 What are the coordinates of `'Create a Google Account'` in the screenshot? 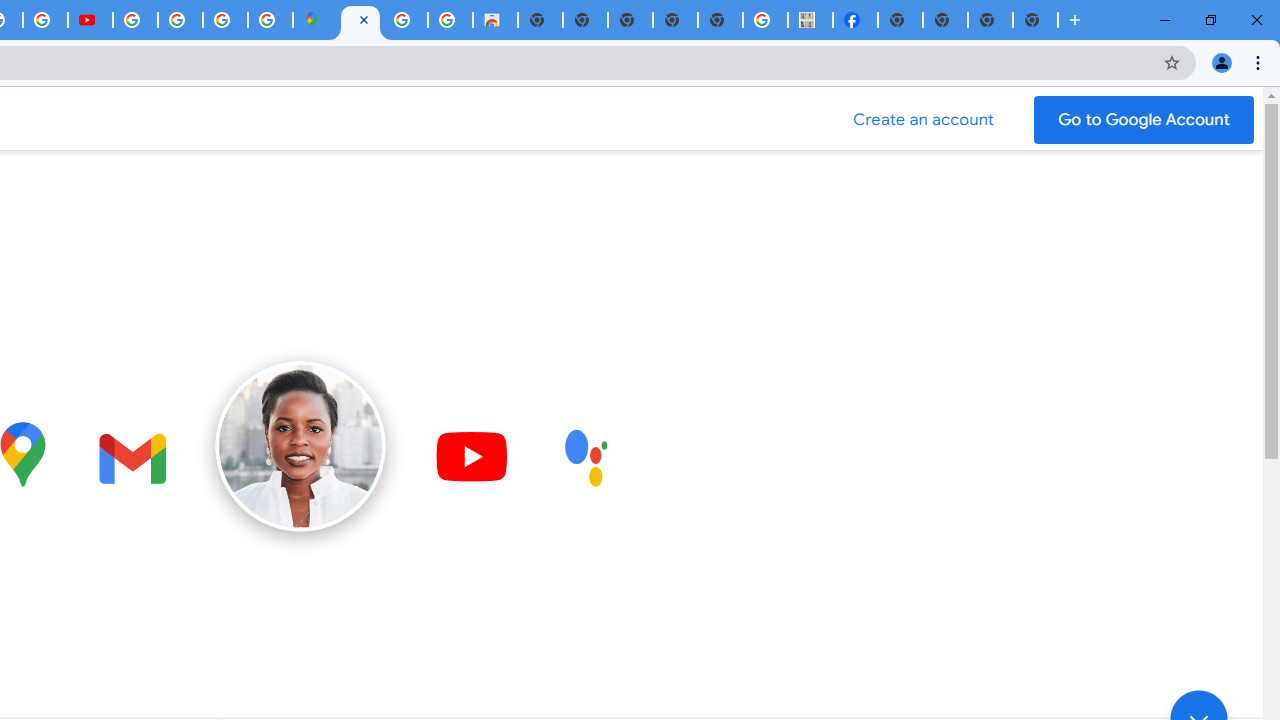 It's located at (923, 119).